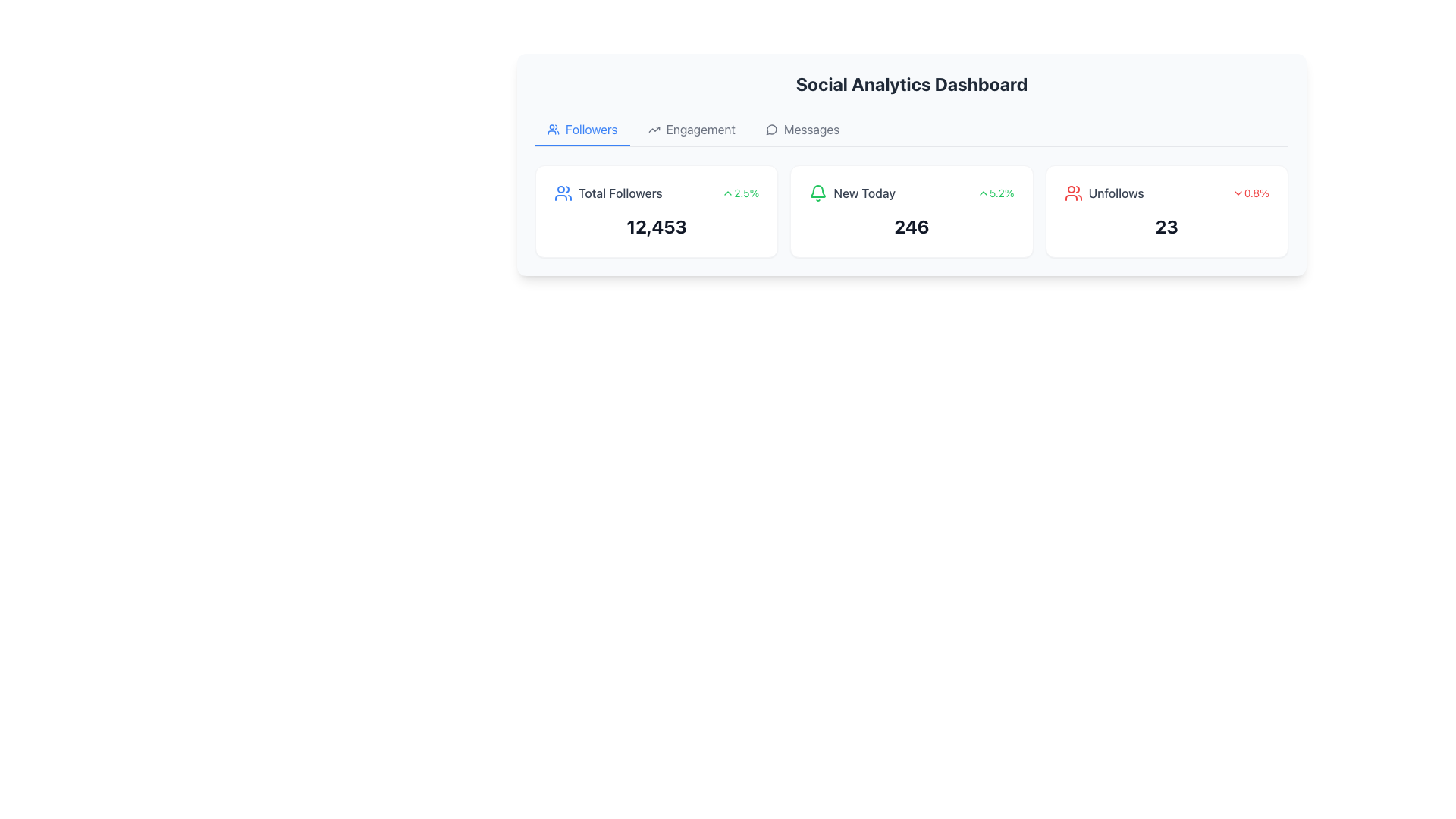 Image resolution: width=1456 pixels, height=819 pixels. Describe the element at coordinates (591, 128) in the screenshot. I see `the 'Followers' text label styled in blue within the horizontal navigation bar` at that location.